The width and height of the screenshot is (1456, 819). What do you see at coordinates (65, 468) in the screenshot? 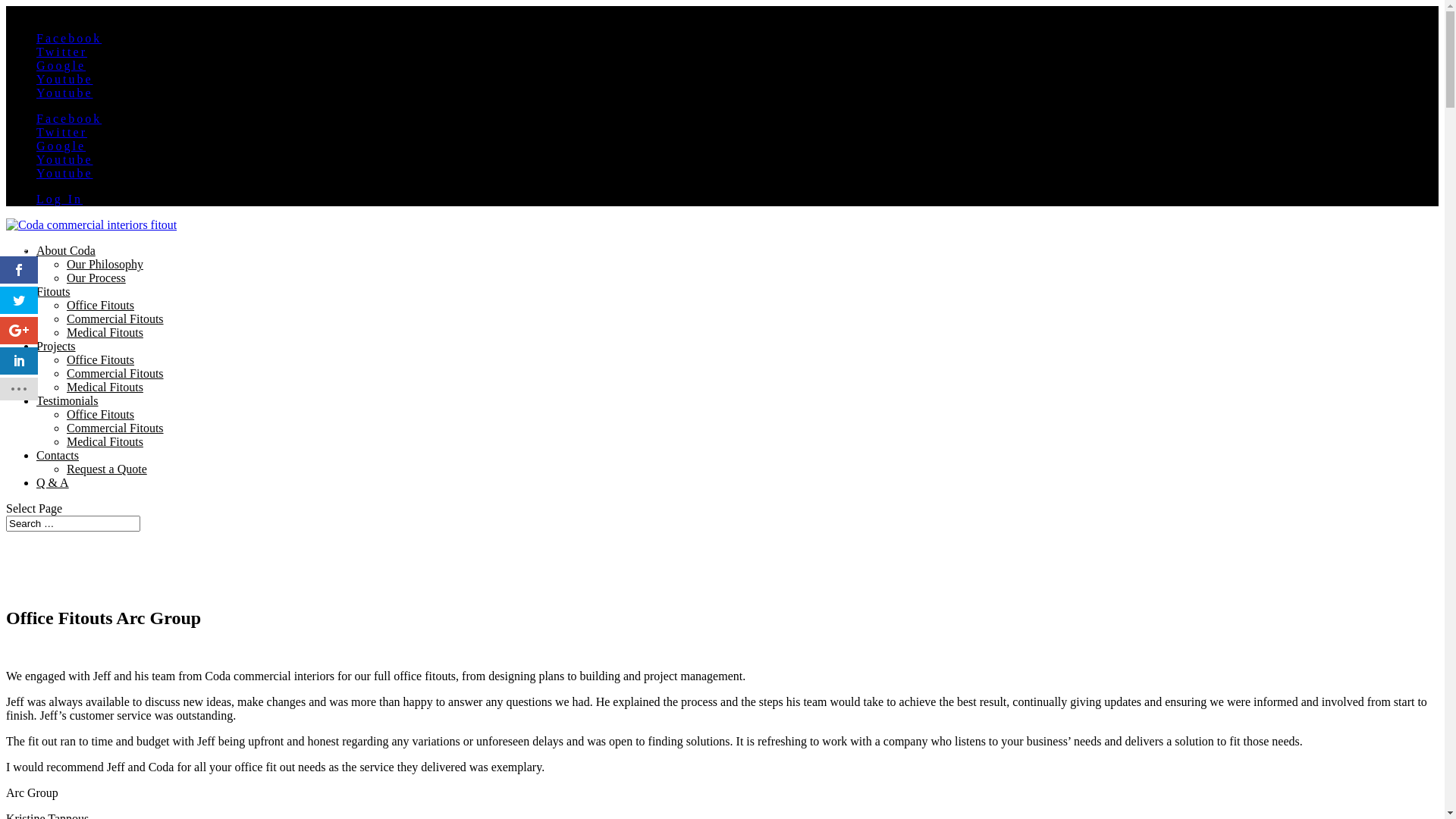
I see `'Request a Quote'` at bounding box center [65, 468].